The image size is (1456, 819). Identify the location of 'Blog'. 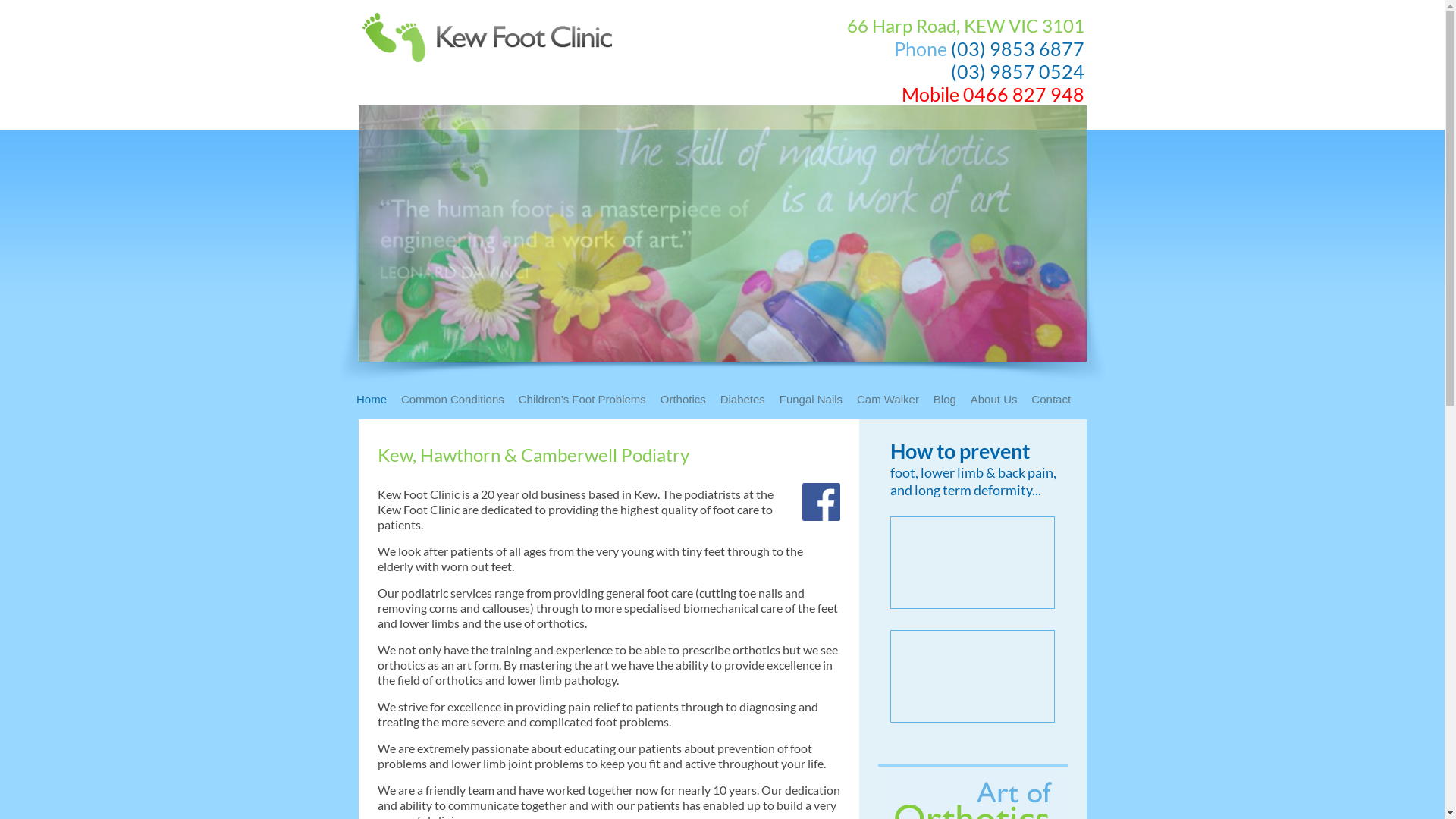
(949, 403).